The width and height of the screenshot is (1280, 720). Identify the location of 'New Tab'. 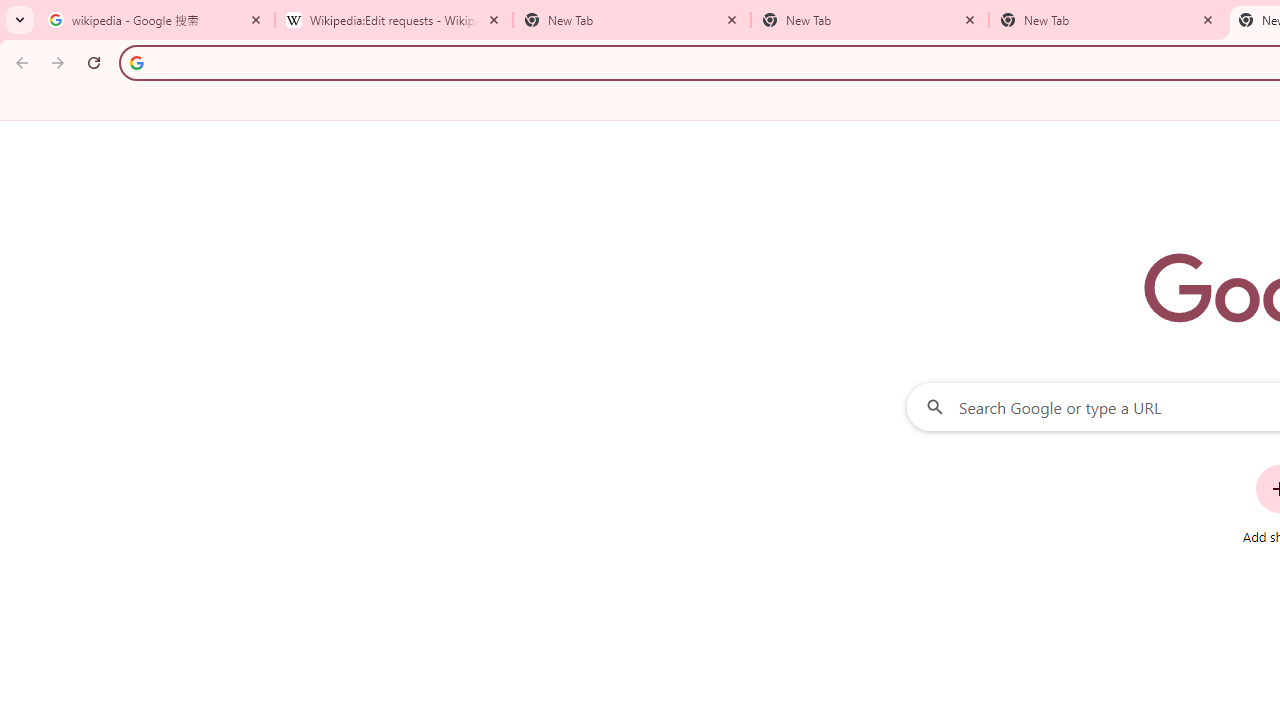
(1107, 20).